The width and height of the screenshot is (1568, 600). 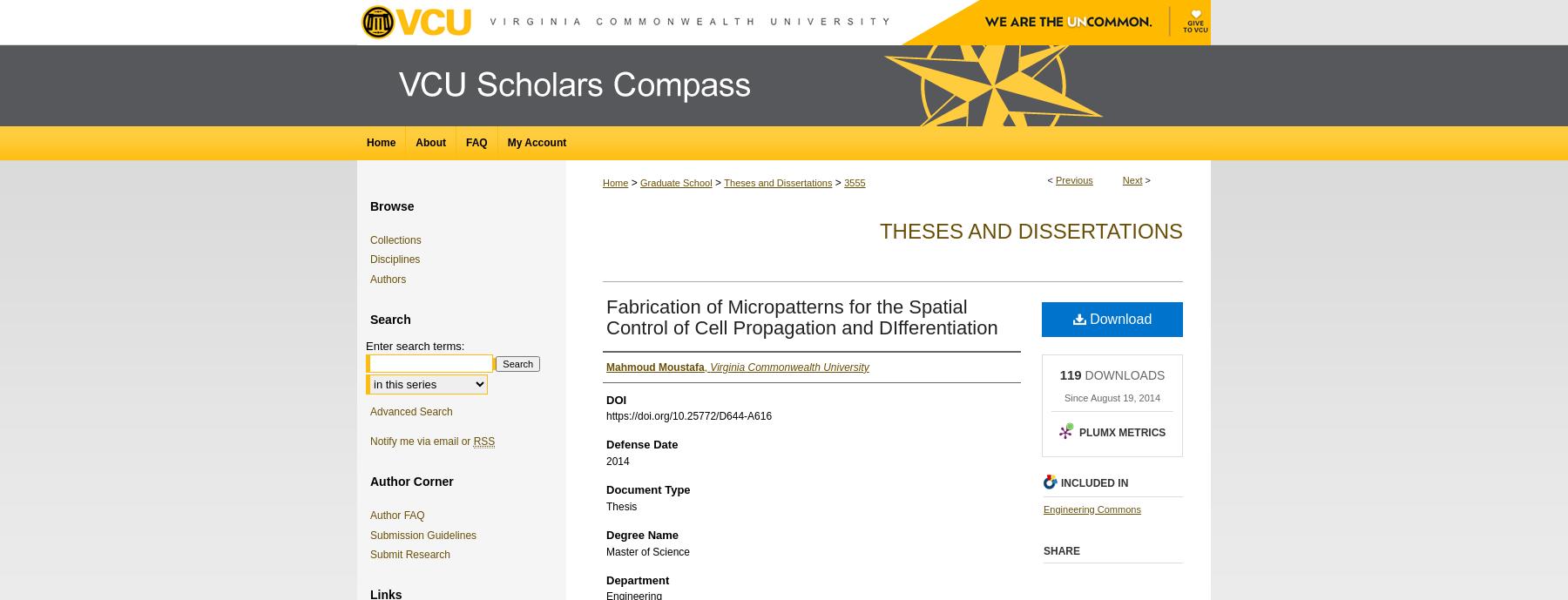 I want to click on 'Author Corner', so click(x=410, y=480).